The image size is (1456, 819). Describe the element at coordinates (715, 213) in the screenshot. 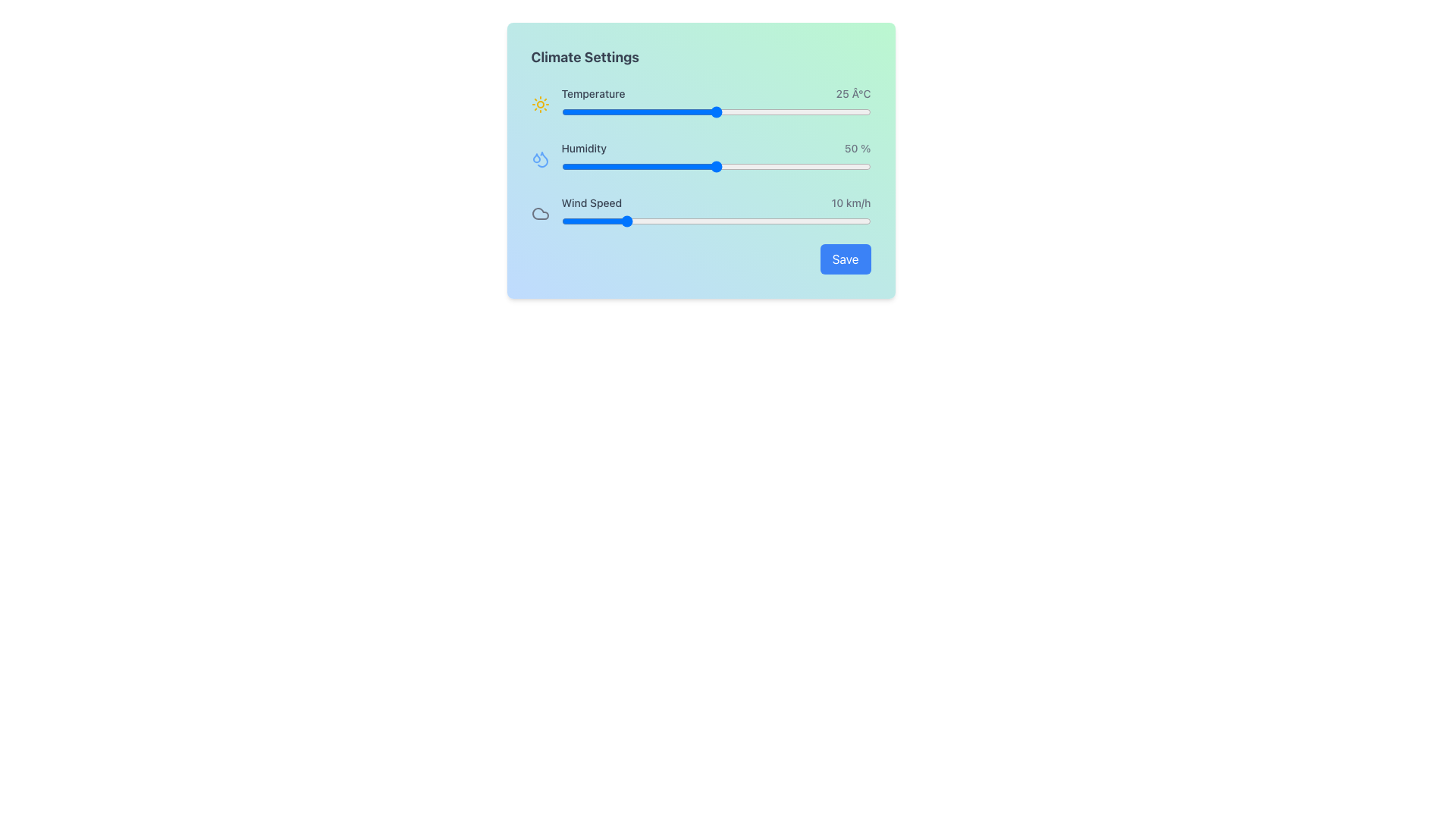

I see `the slider handle` at that location.